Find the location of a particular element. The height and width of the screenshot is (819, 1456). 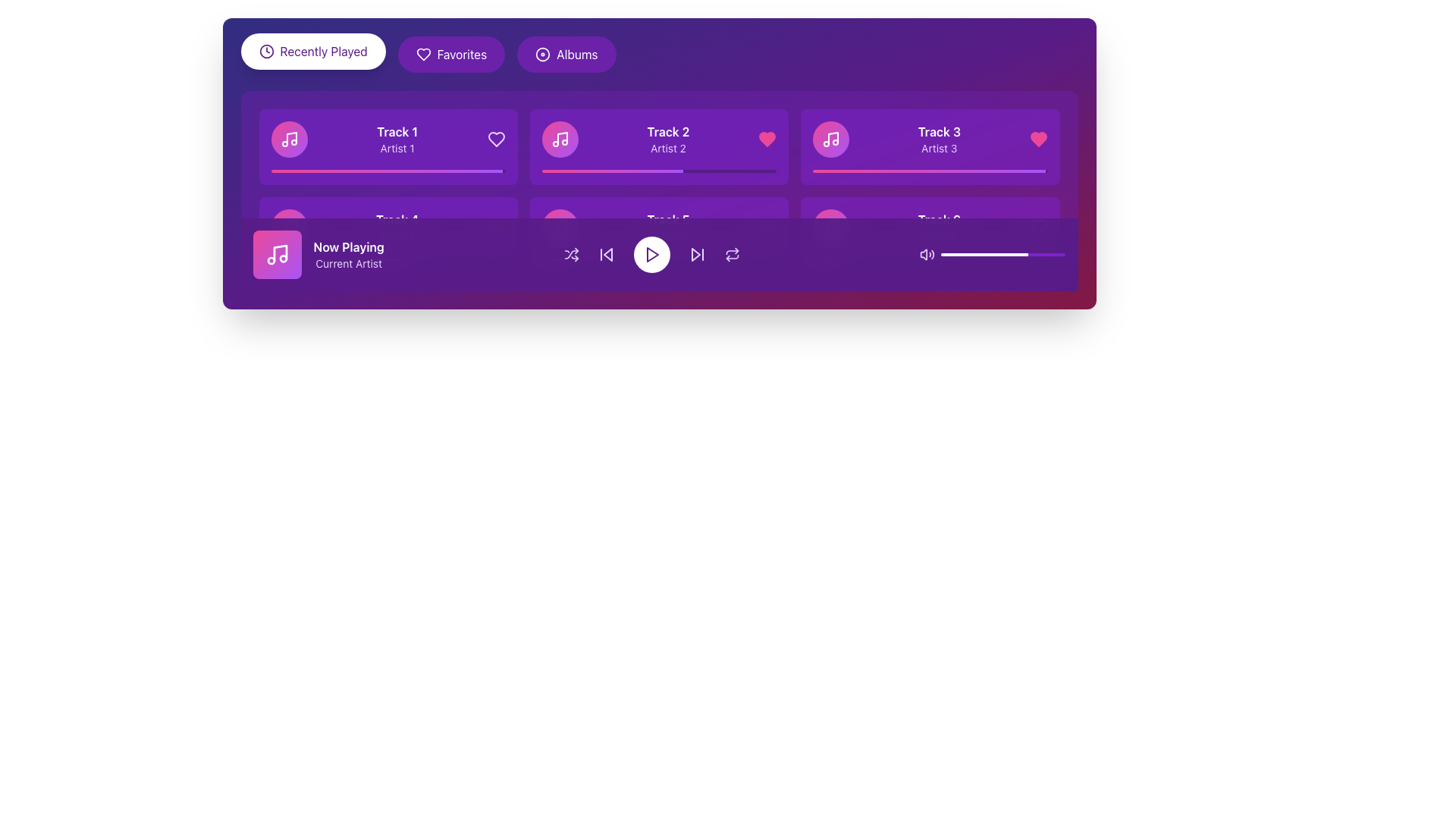

the favorite button located in the top-right corner of the 'Track 2' card by 'Artist 2' is located at coordinates (767, 140).